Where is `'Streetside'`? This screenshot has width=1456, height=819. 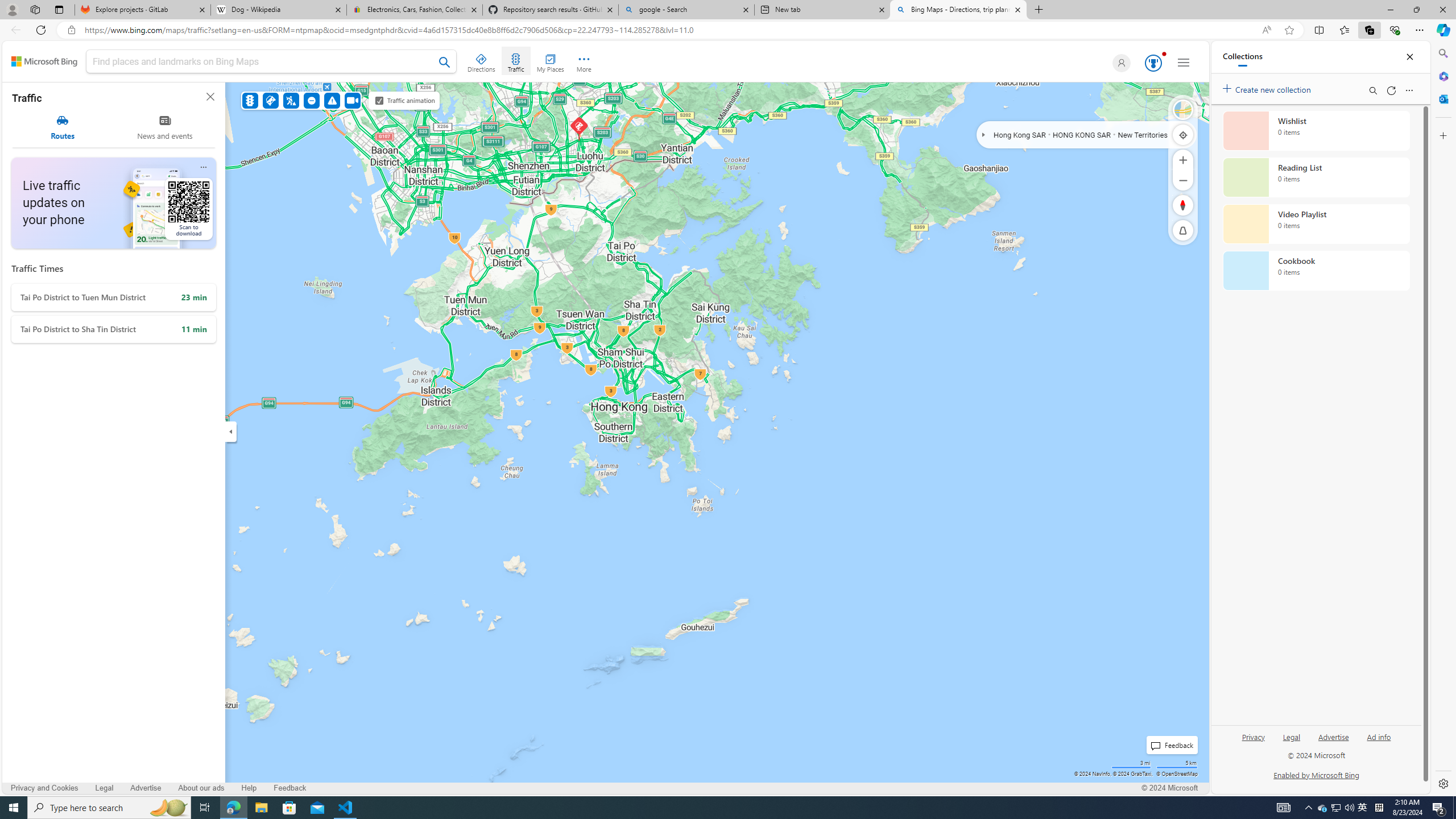 'Streetside' is located at coordinates (1182, 109).